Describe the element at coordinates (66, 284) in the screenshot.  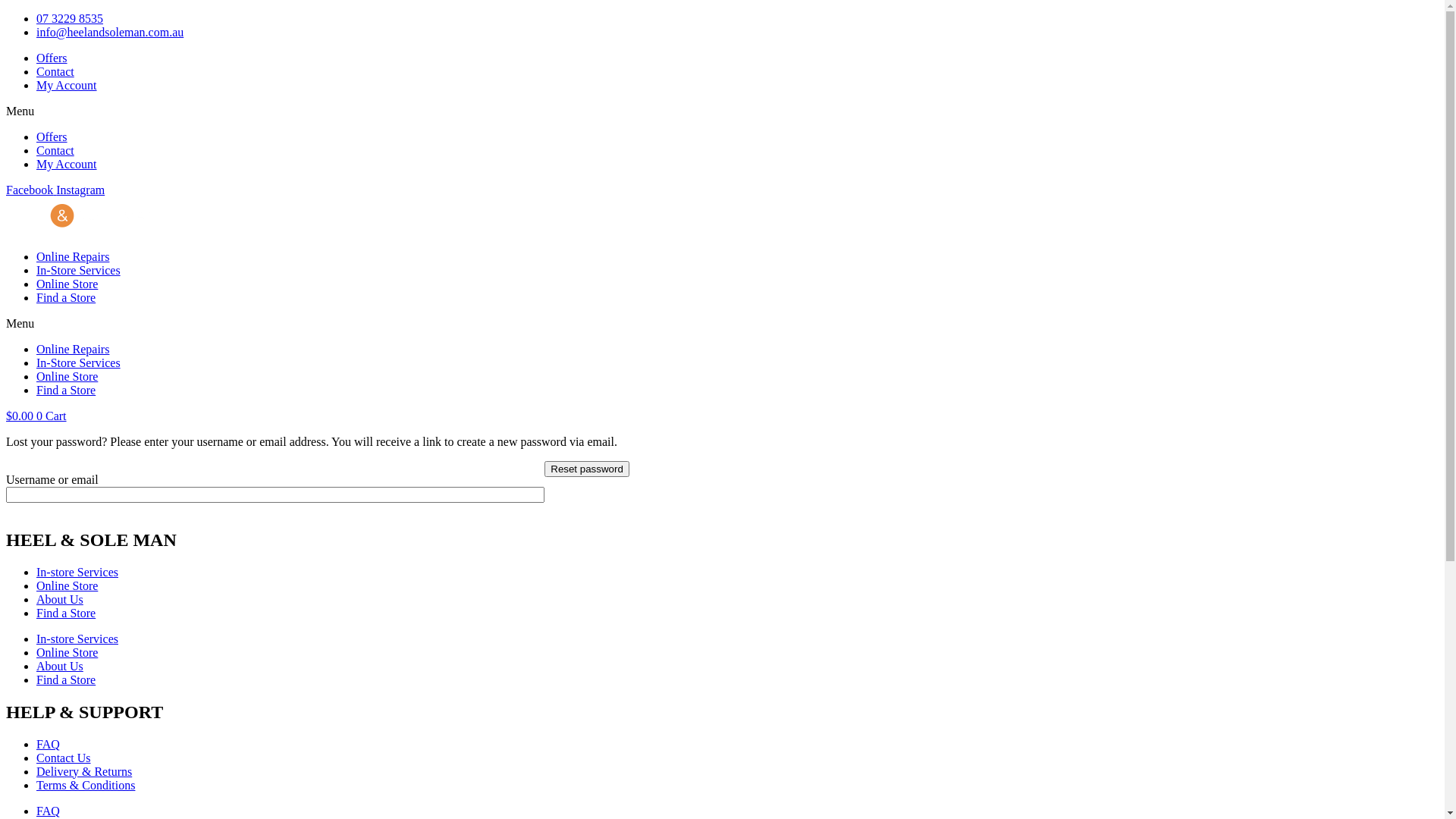
I see `'Online Store'` at that location.